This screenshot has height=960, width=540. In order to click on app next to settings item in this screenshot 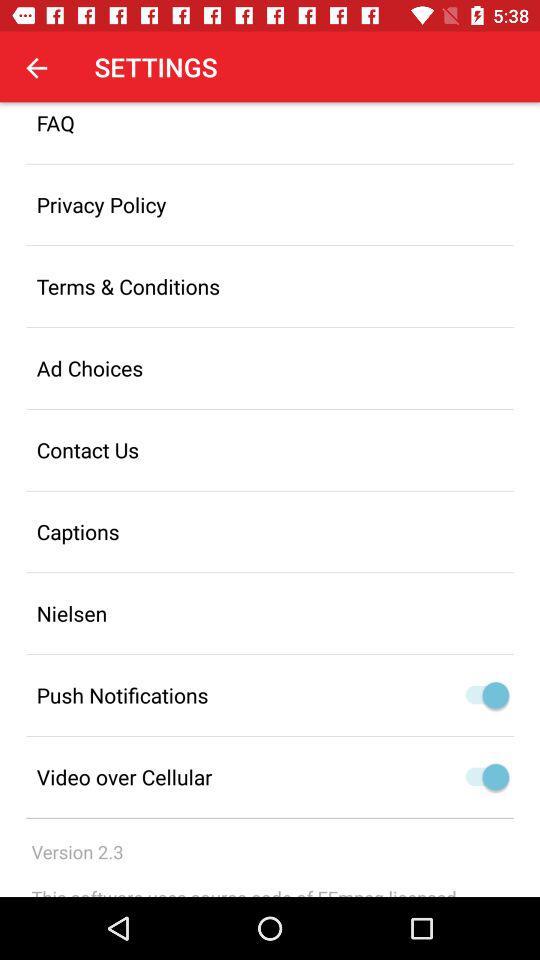, I will do `click(36, 67)`.